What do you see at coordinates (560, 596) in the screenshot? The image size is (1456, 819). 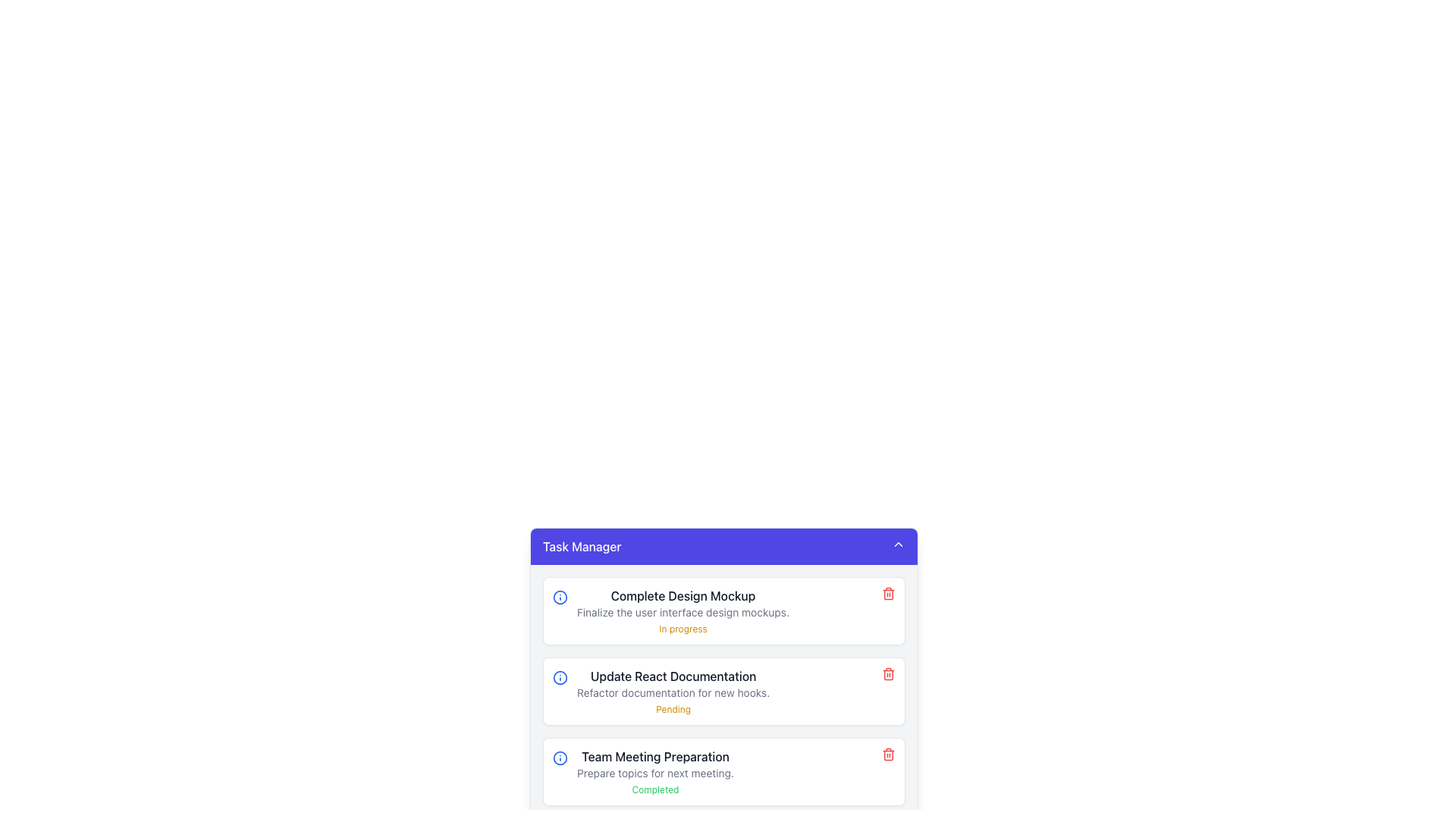 I see `the circular information icon with a blue outline and white center, which is the first item icon in the task manager interface` at bounding box center [560, 596].